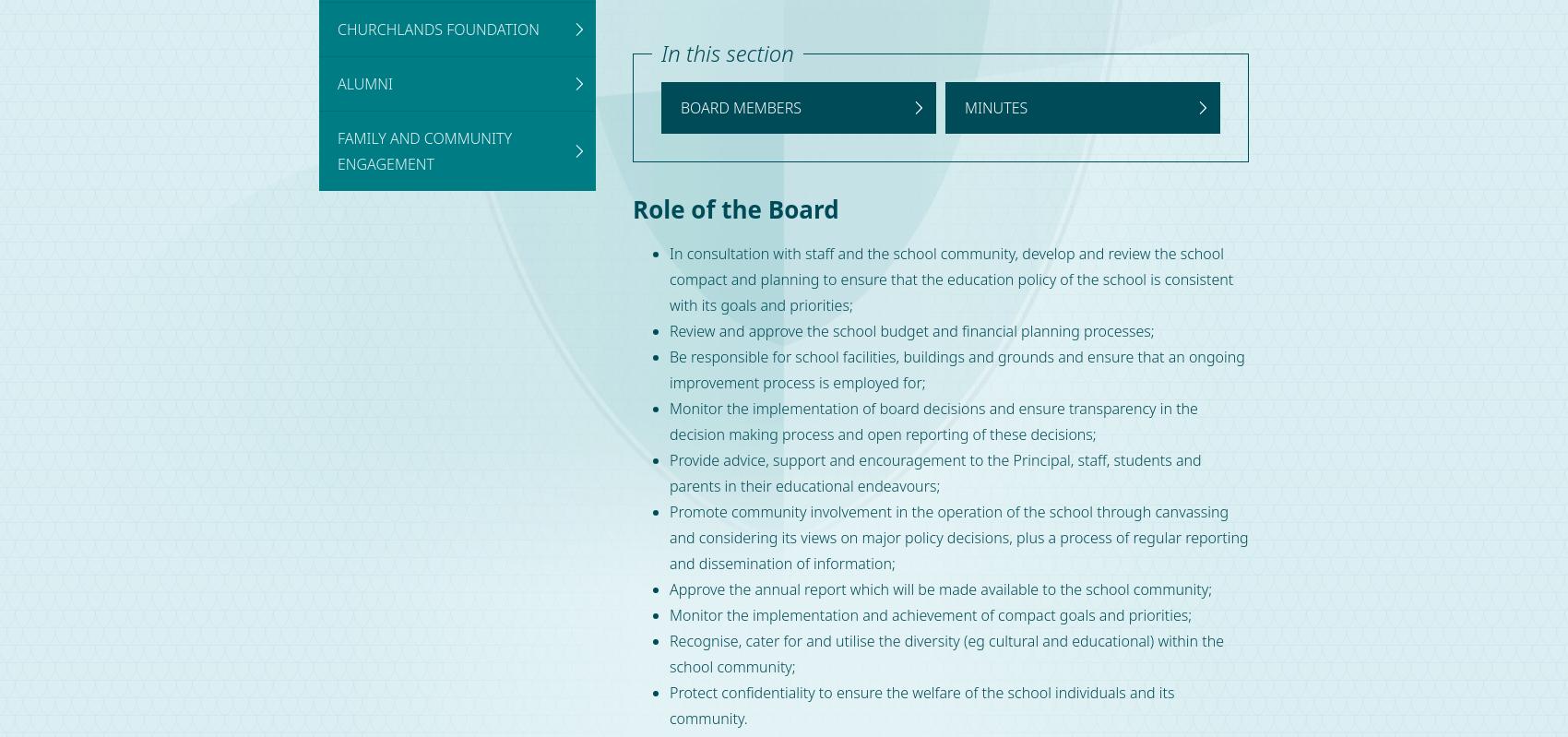 This screenshot has width=1568, height=737. Describe the element at coordinates (670, 329) in the screenshot. I see `'Review and approve the school budget and financial planning processes;'` at that location.